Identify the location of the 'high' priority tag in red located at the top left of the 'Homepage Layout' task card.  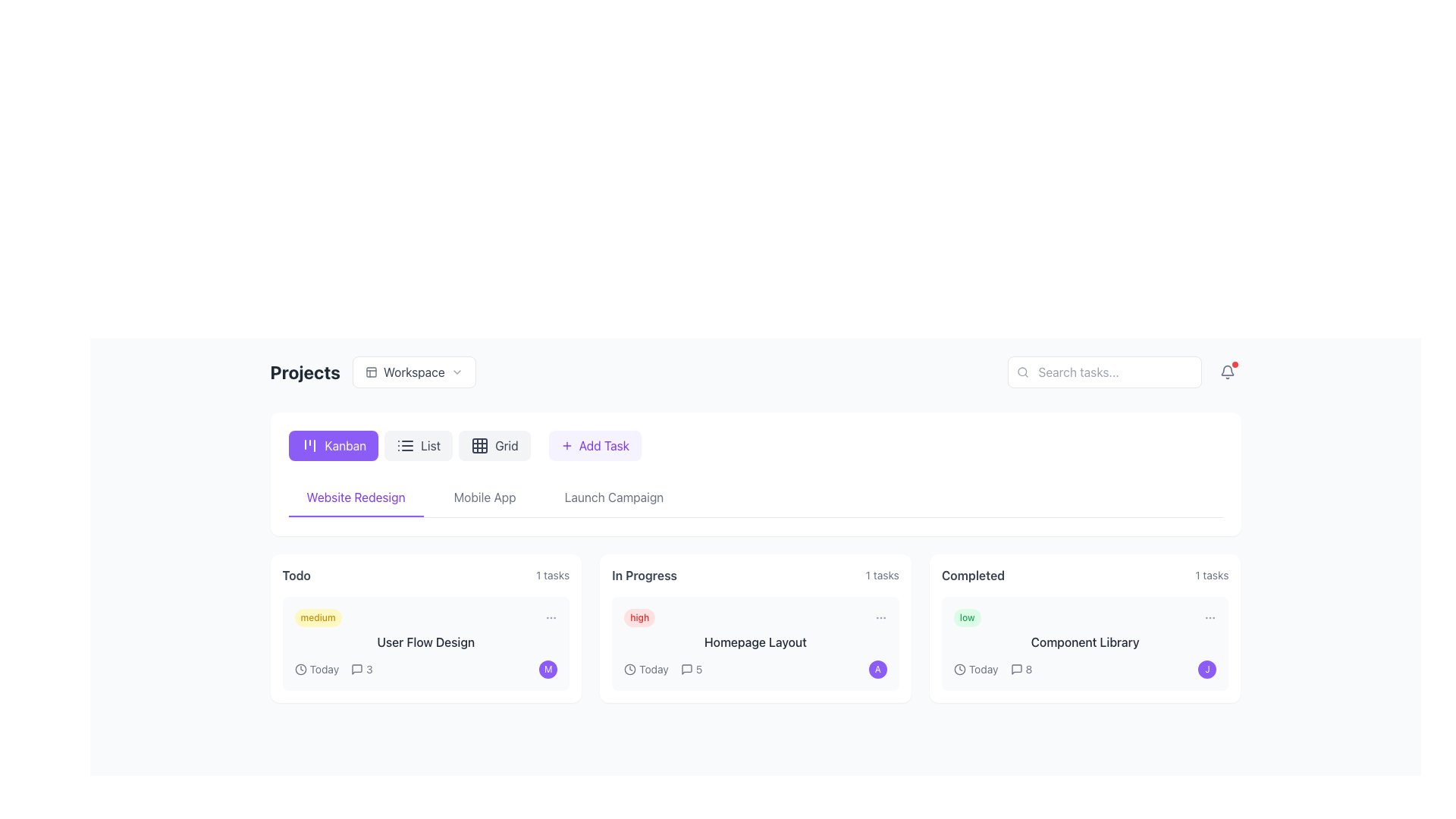
(755, 629).